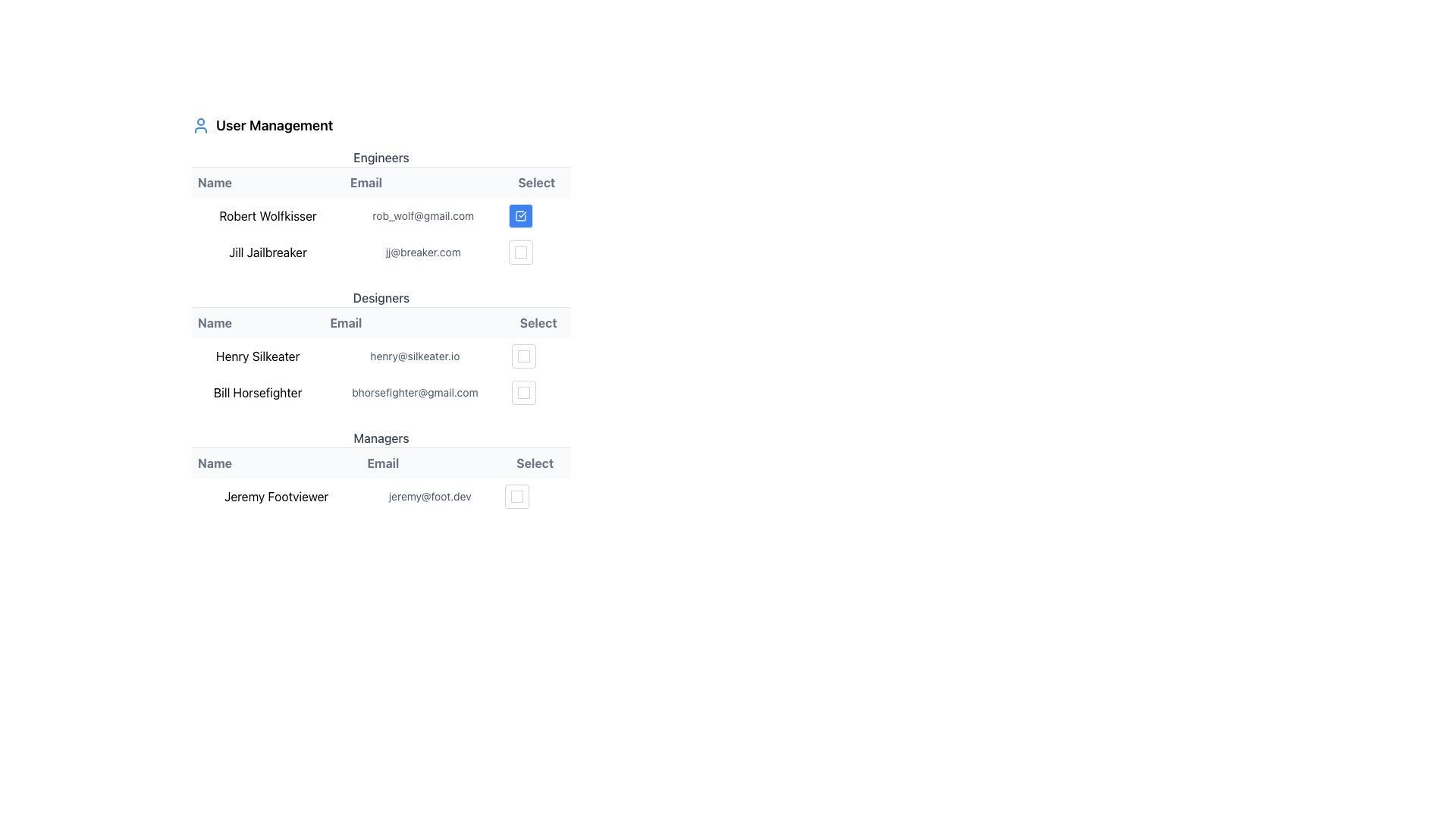 The image size is (1456, 819). Describe the element at coordinates (538, 391) in the screenshot. I see `the checkbox-like button in the 'Select' column next to the 'Bill Horsefighter' entry under the 'Designers' section` at that location.